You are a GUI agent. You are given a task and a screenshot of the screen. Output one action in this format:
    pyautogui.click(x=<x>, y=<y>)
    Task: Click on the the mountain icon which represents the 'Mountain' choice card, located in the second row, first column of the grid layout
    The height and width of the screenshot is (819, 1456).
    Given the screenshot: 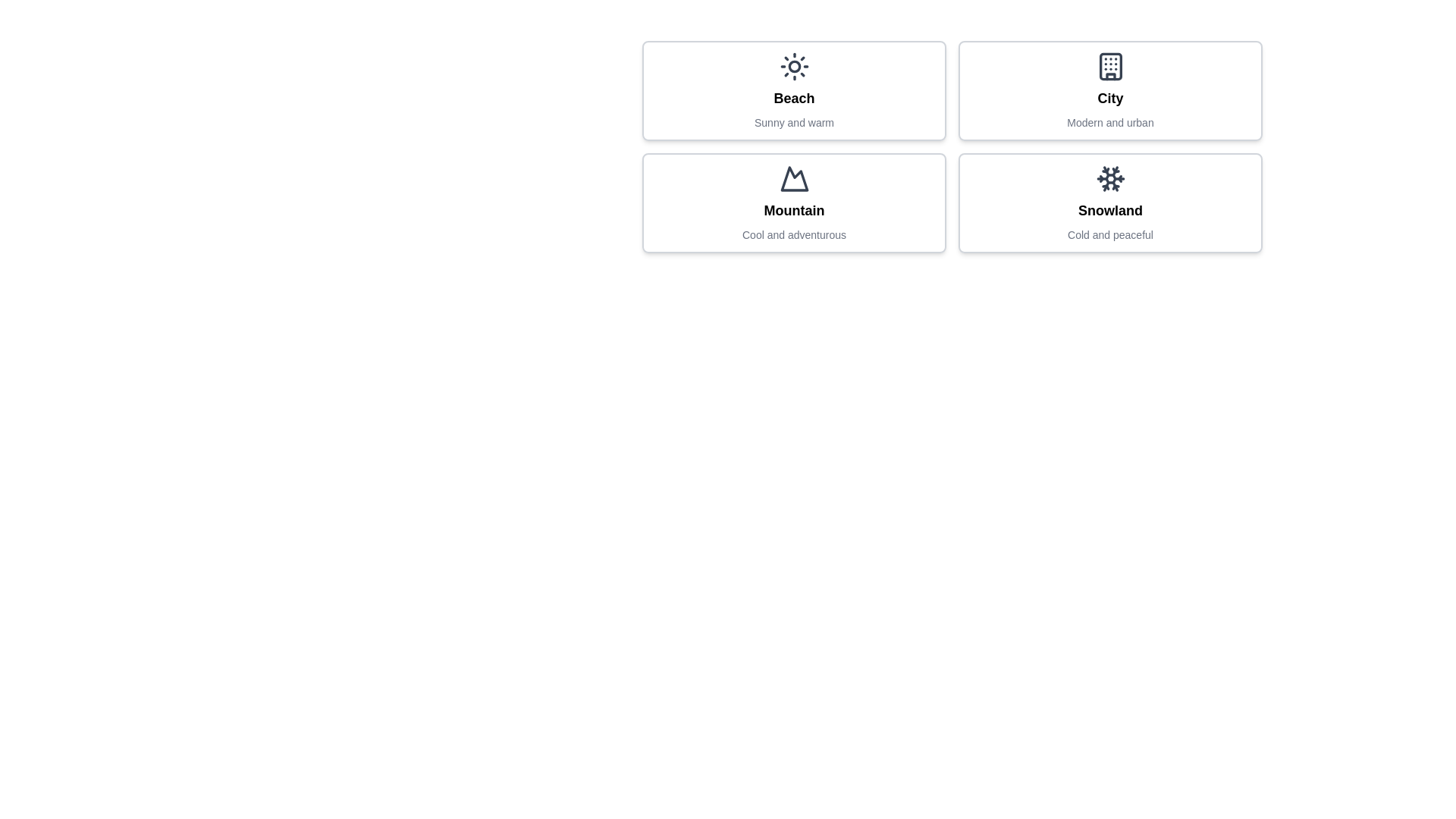 What is the action you would take?
    pyautogui.click(x=793, y=177)
    